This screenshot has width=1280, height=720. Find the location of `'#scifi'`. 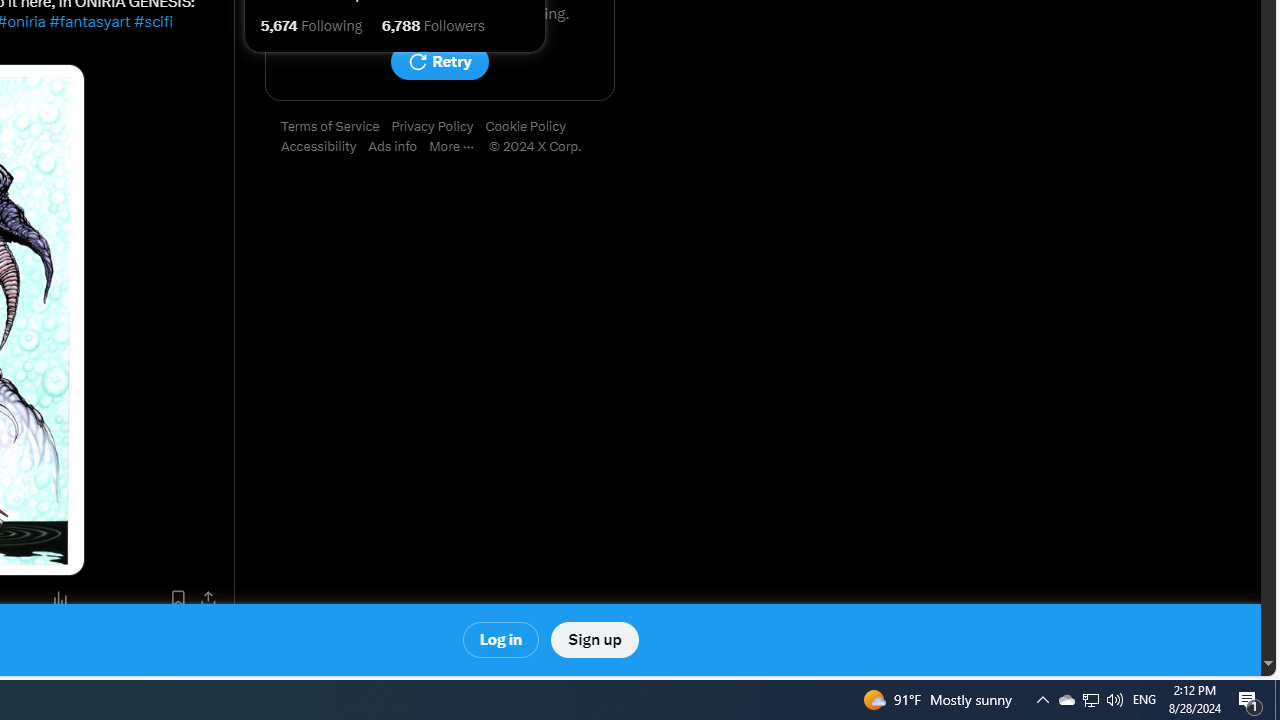

'#scifi' is located at coordinates (151, 22).